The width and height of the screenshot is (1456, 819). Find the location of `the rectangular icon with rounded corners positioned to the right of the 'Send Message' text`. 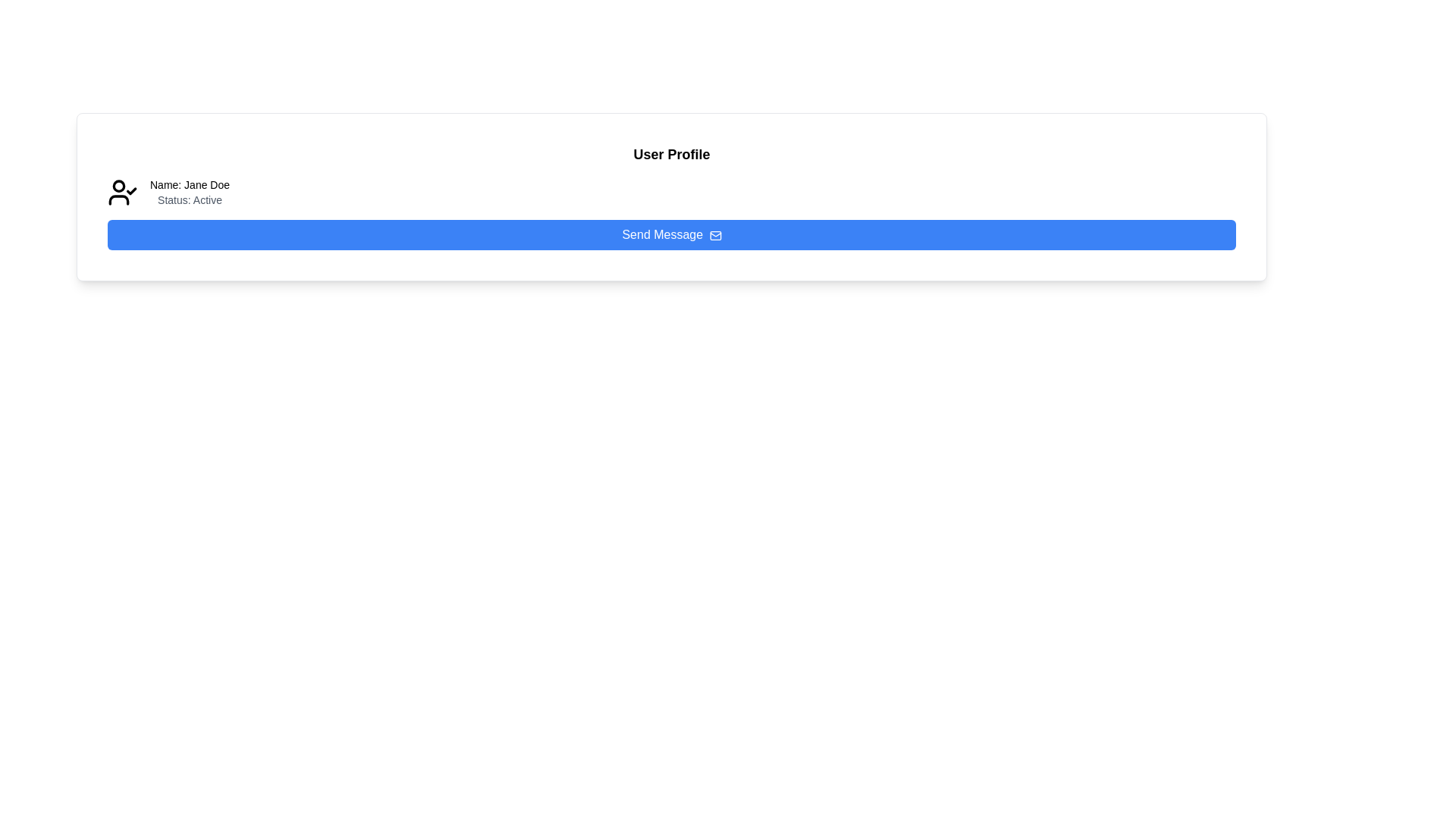

the rectangular icon with rounded corners positioned to the right of the 'Send Message' text is located at coordinates (714, 235).